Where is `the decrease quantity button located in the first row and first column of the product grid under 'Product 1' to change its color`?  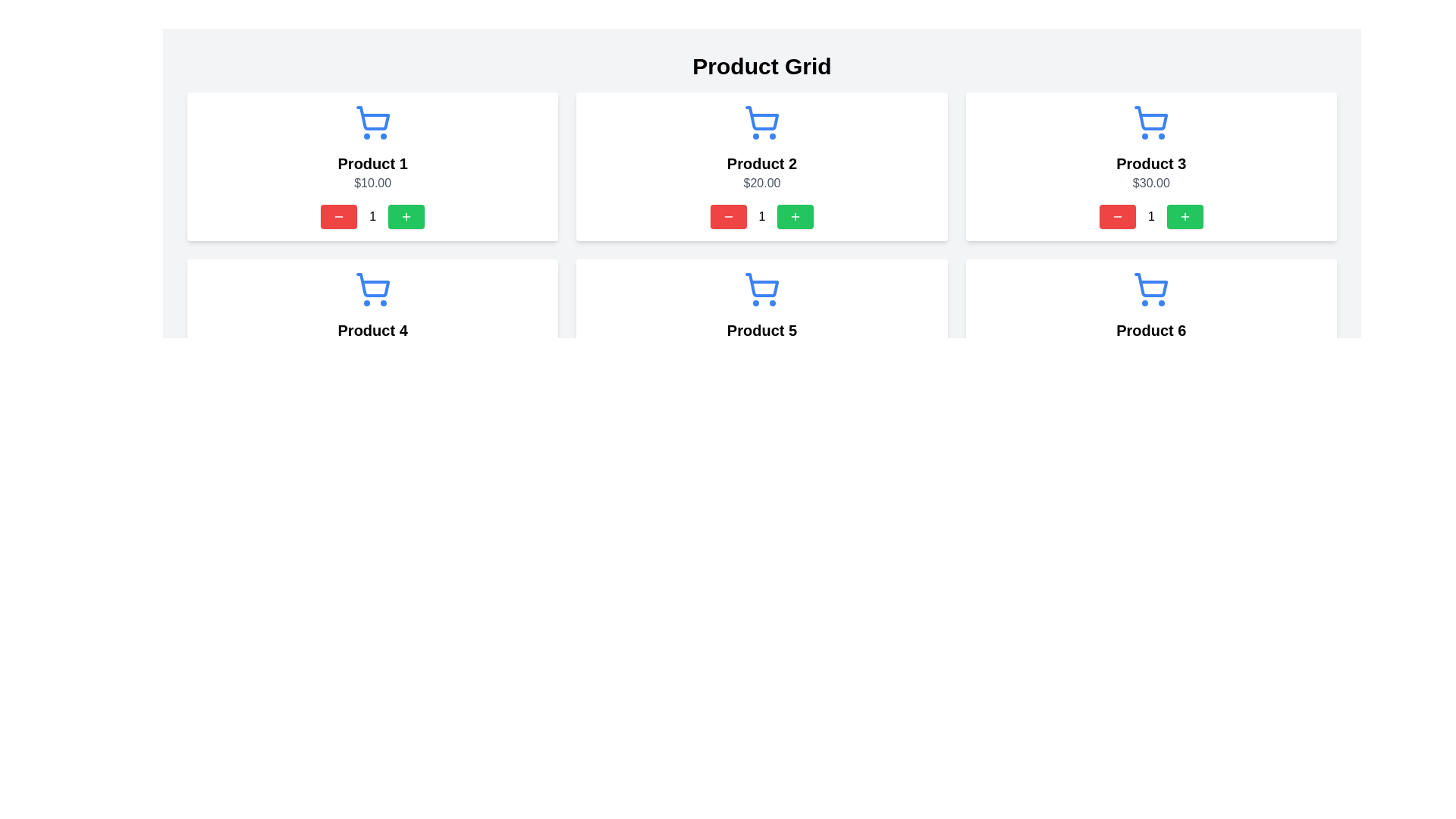
the decrease quantity button located in the first row and first column of the product grid under 'Product 1' to change its color is located at coordinates (338, 216).